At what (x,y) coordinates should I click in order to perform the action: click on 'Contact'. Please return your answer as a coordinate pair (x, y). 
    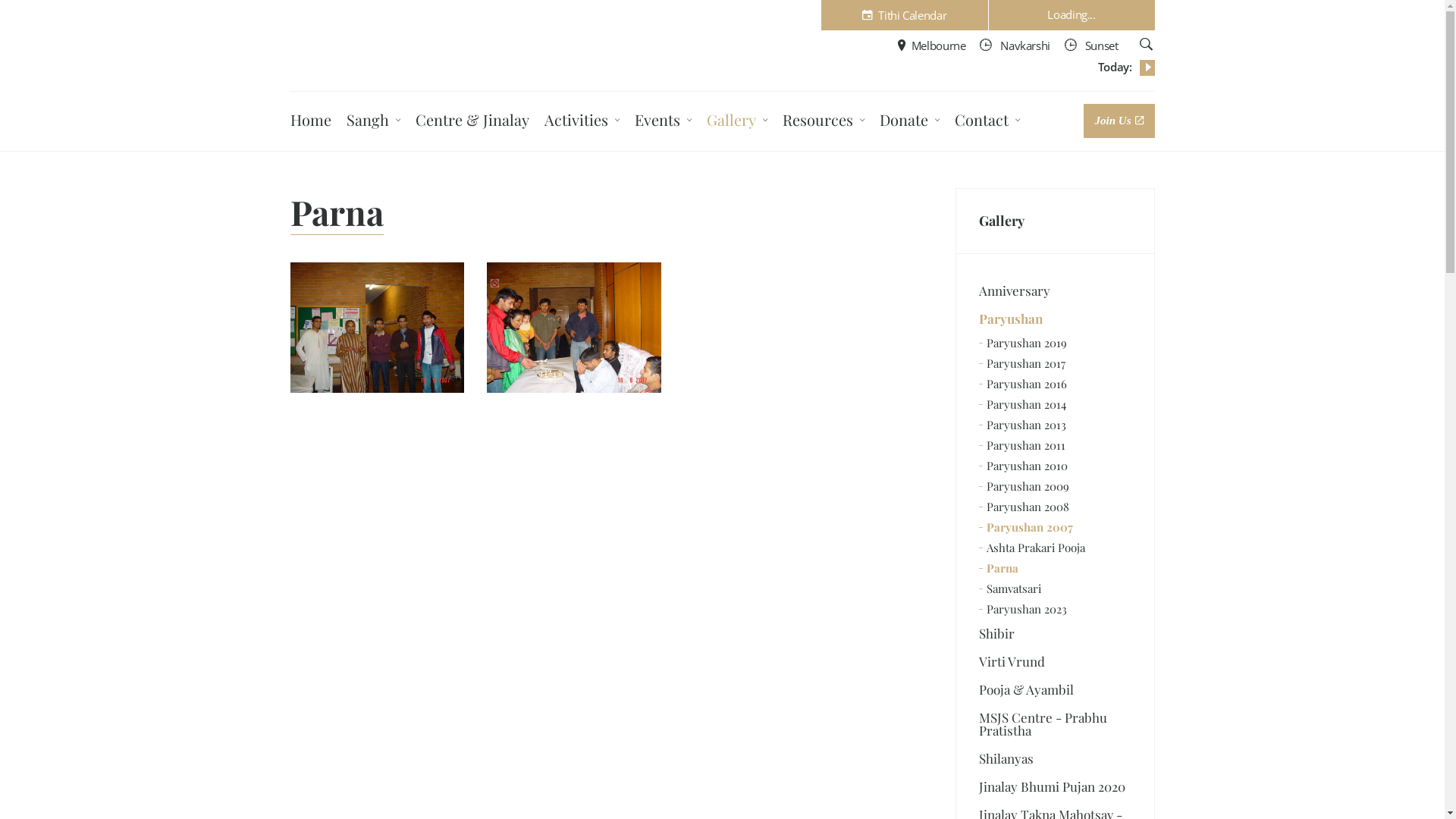
    Looking at the image, I should click on (990, 121).